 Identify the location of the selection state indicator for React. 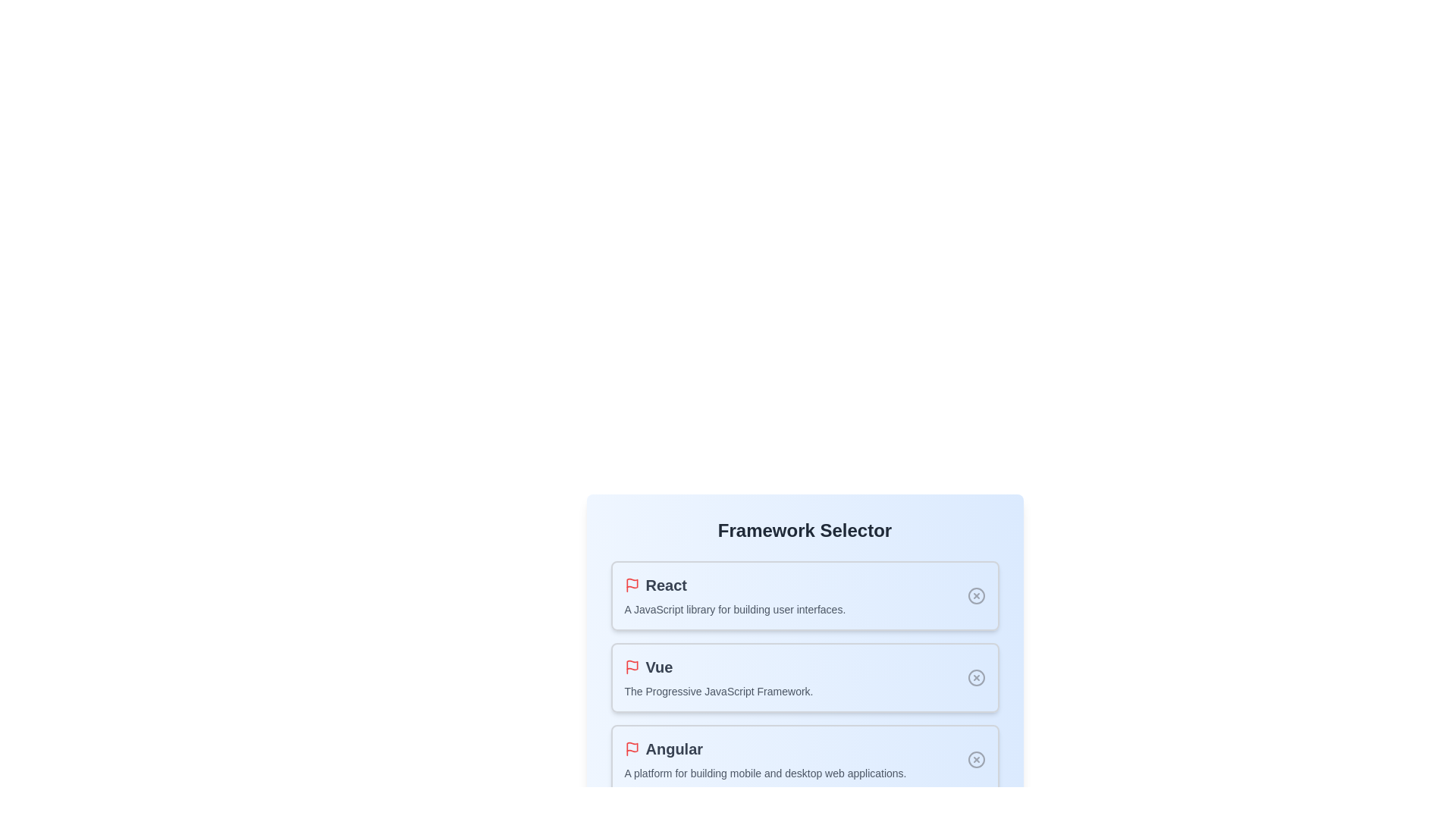
(976, 595).